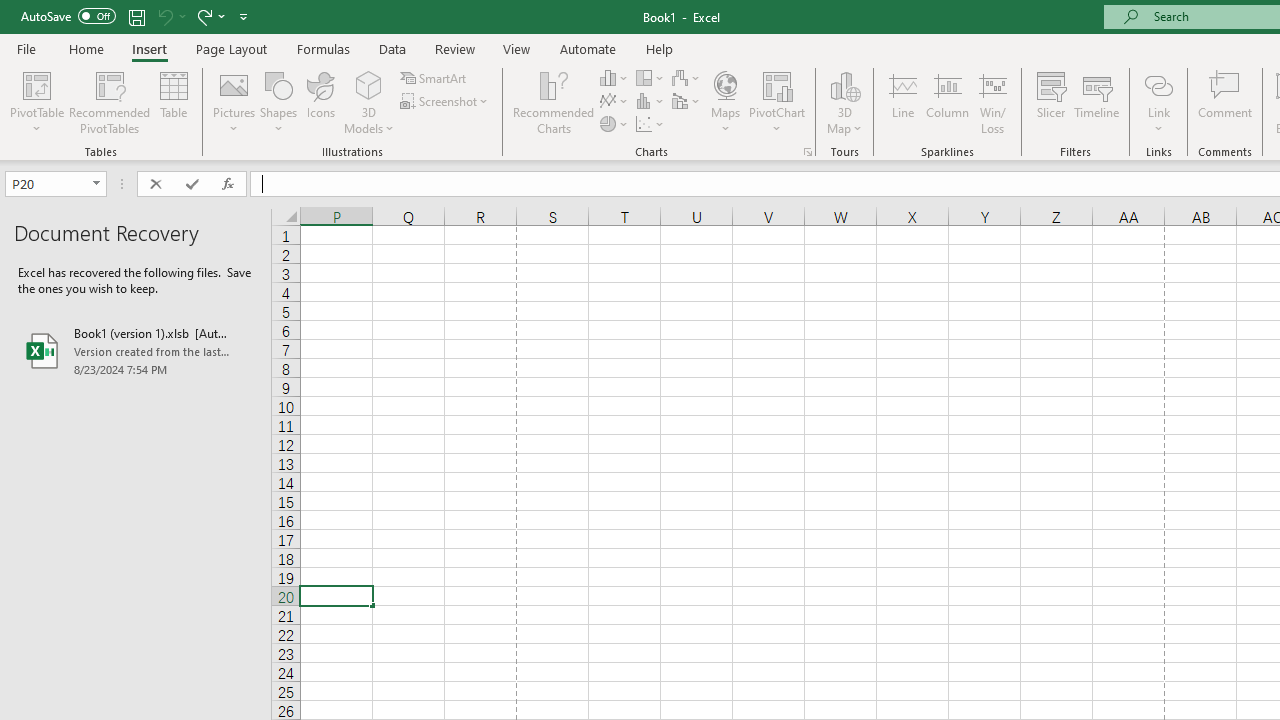 Image resolution: width=1280 pixels, height=720 pixels. What do you see at coordinates (170, 16) in the screenshot?
I see `'Undo'` at bounding box center [170, 16].